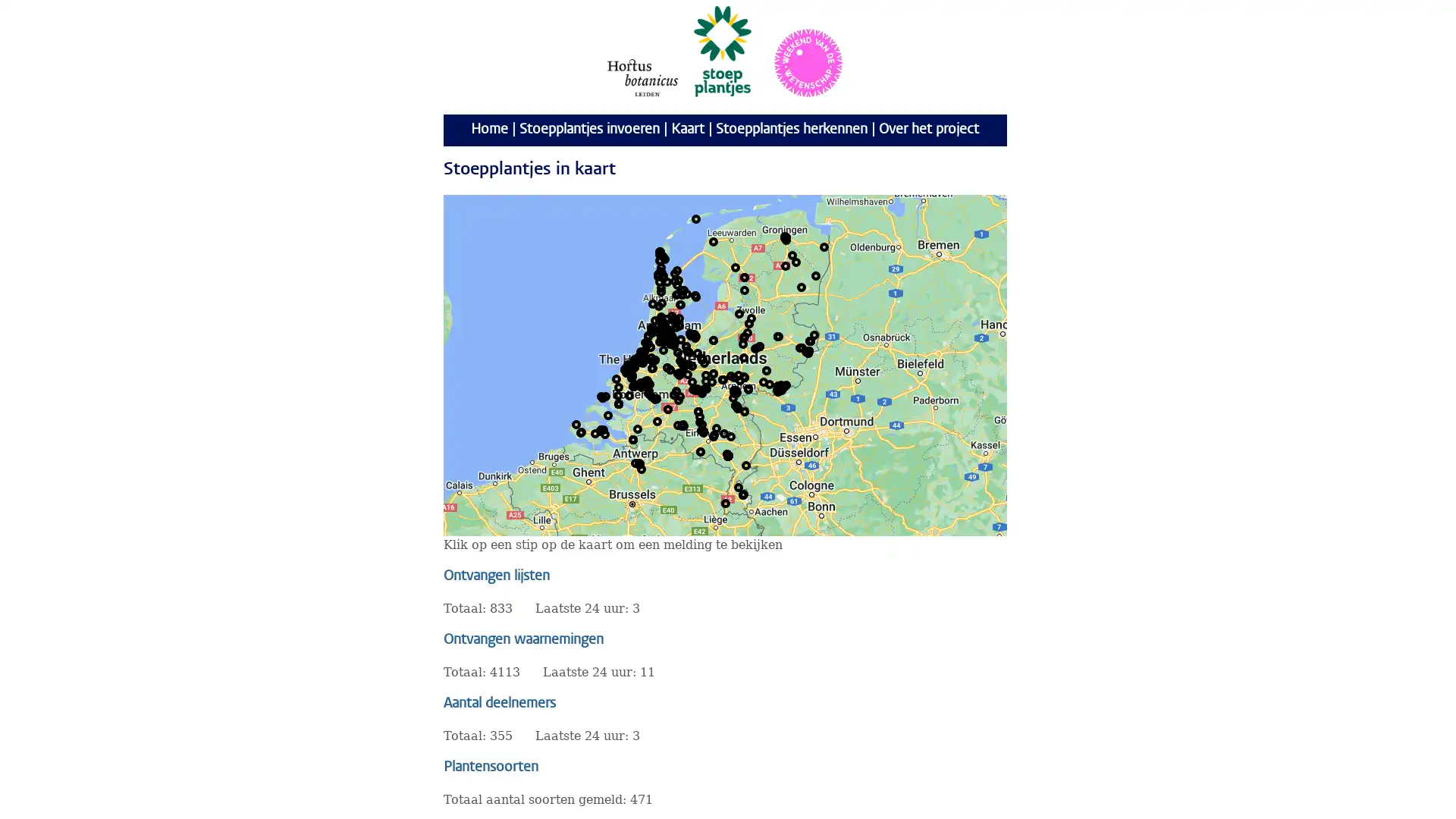  Describe the element at coordinates (619, 403) in the screenshot. I see `Telling van Mirthe op 03 juni 2022` at that location.